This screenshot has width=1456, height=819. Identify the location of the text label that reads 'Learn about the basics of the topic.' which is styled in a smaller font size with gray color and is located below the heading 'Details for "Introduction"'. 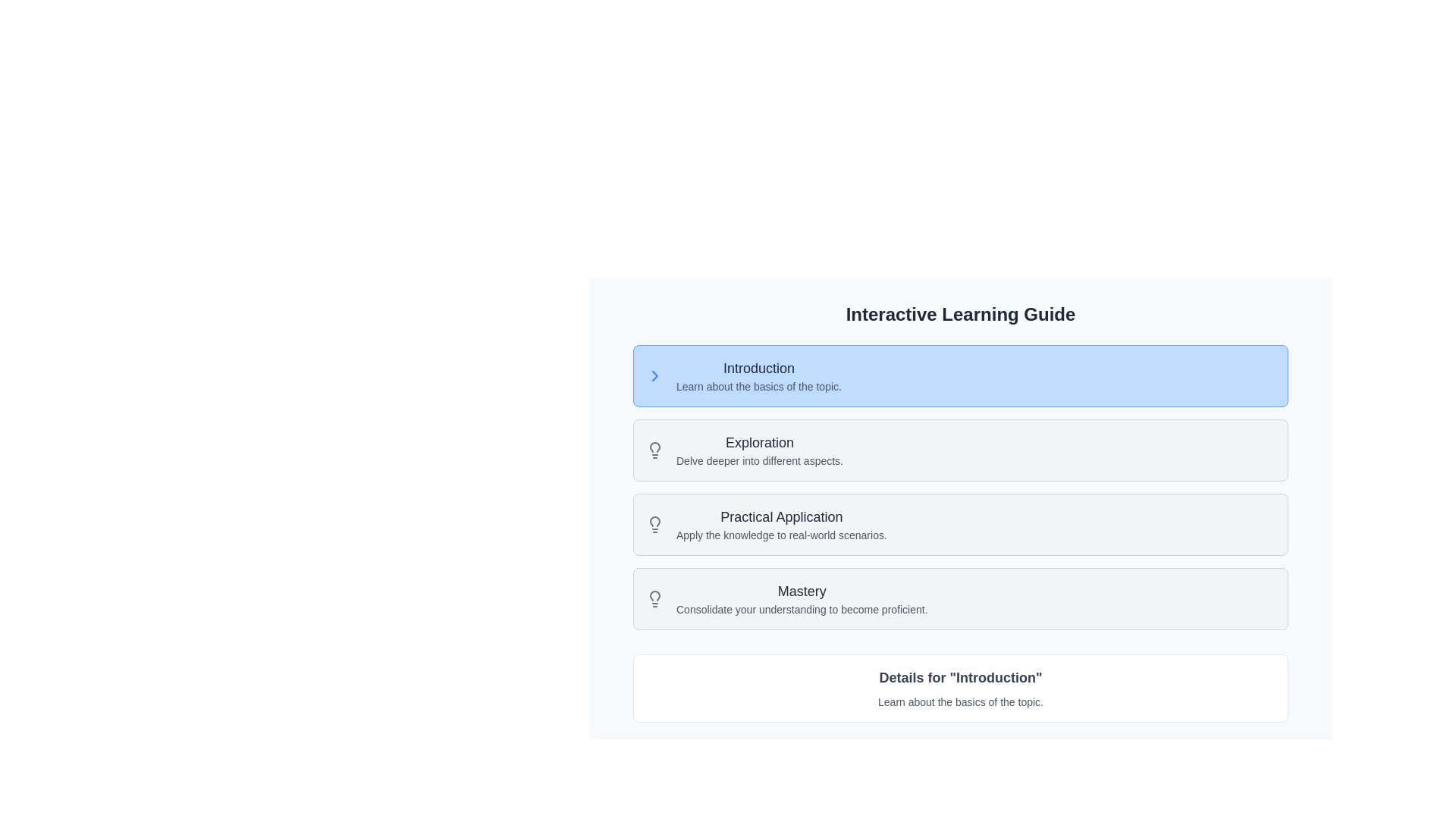
(960, 701).